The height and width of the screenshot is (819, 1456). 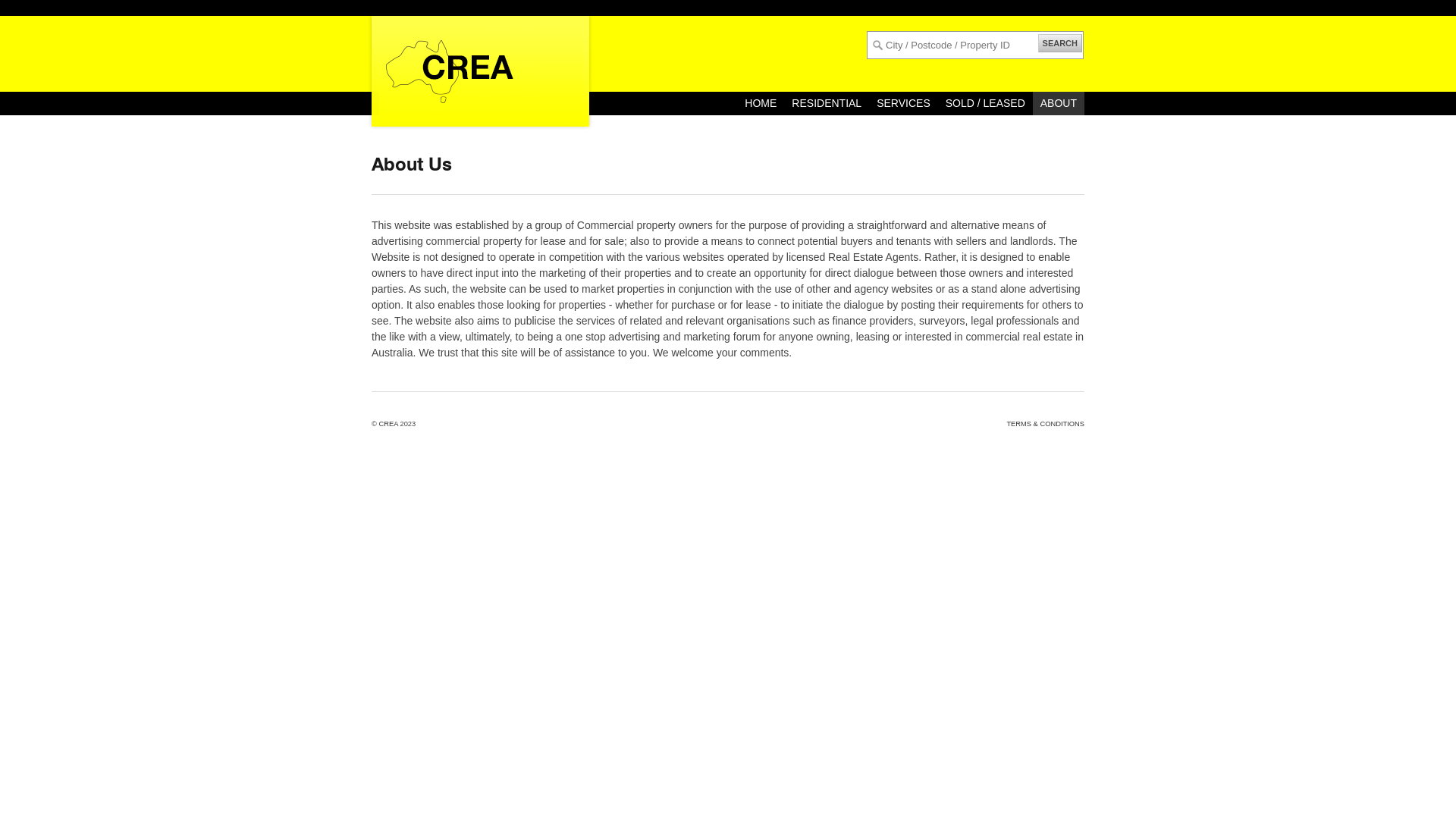 What do you see at coordinates (761, 102) in the screenshot?
I see `'HOME'` at bounding box center [761, 102].